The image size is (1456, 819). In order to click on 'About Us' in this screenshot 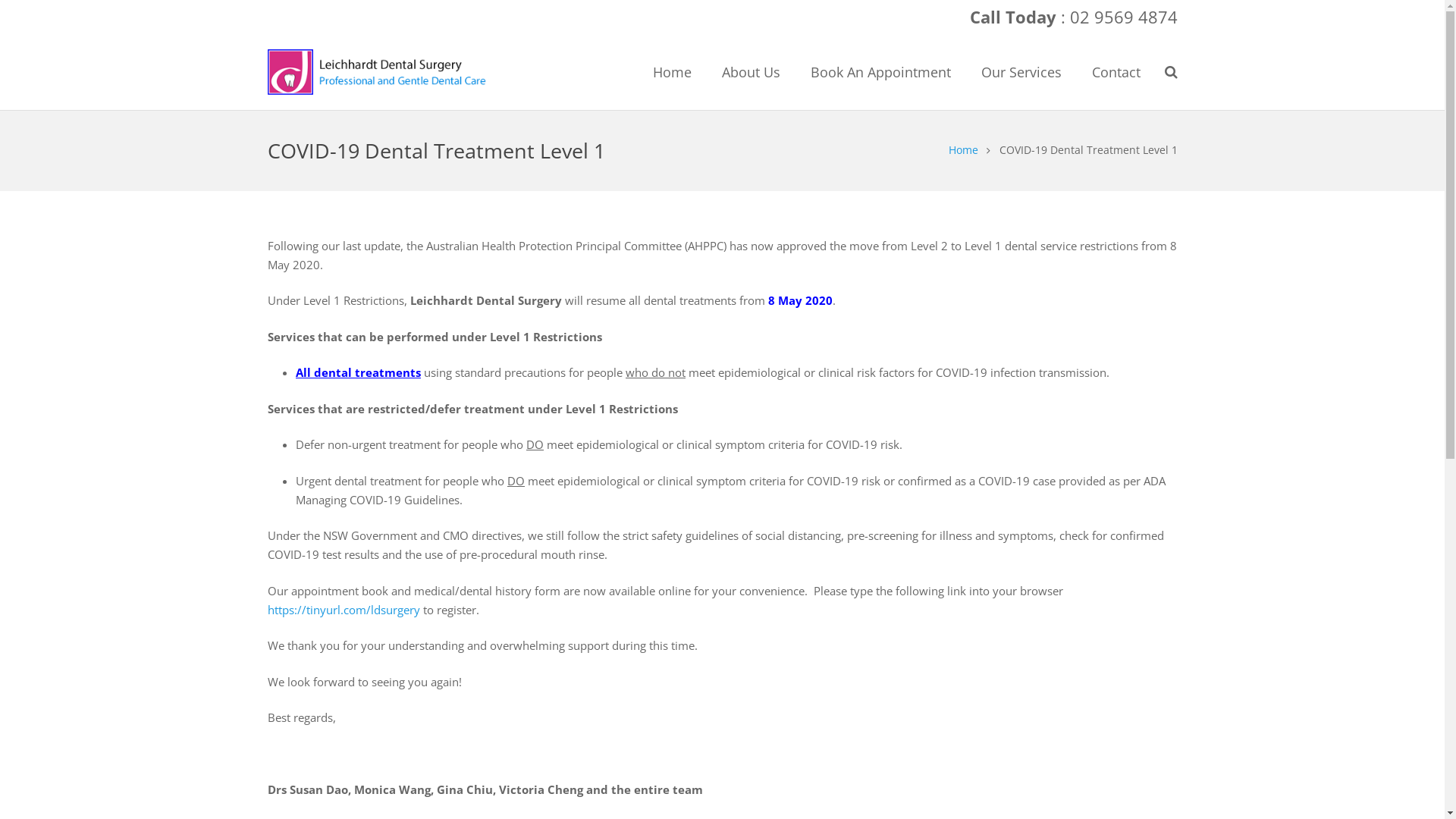, I will do `click(751, 72)`.